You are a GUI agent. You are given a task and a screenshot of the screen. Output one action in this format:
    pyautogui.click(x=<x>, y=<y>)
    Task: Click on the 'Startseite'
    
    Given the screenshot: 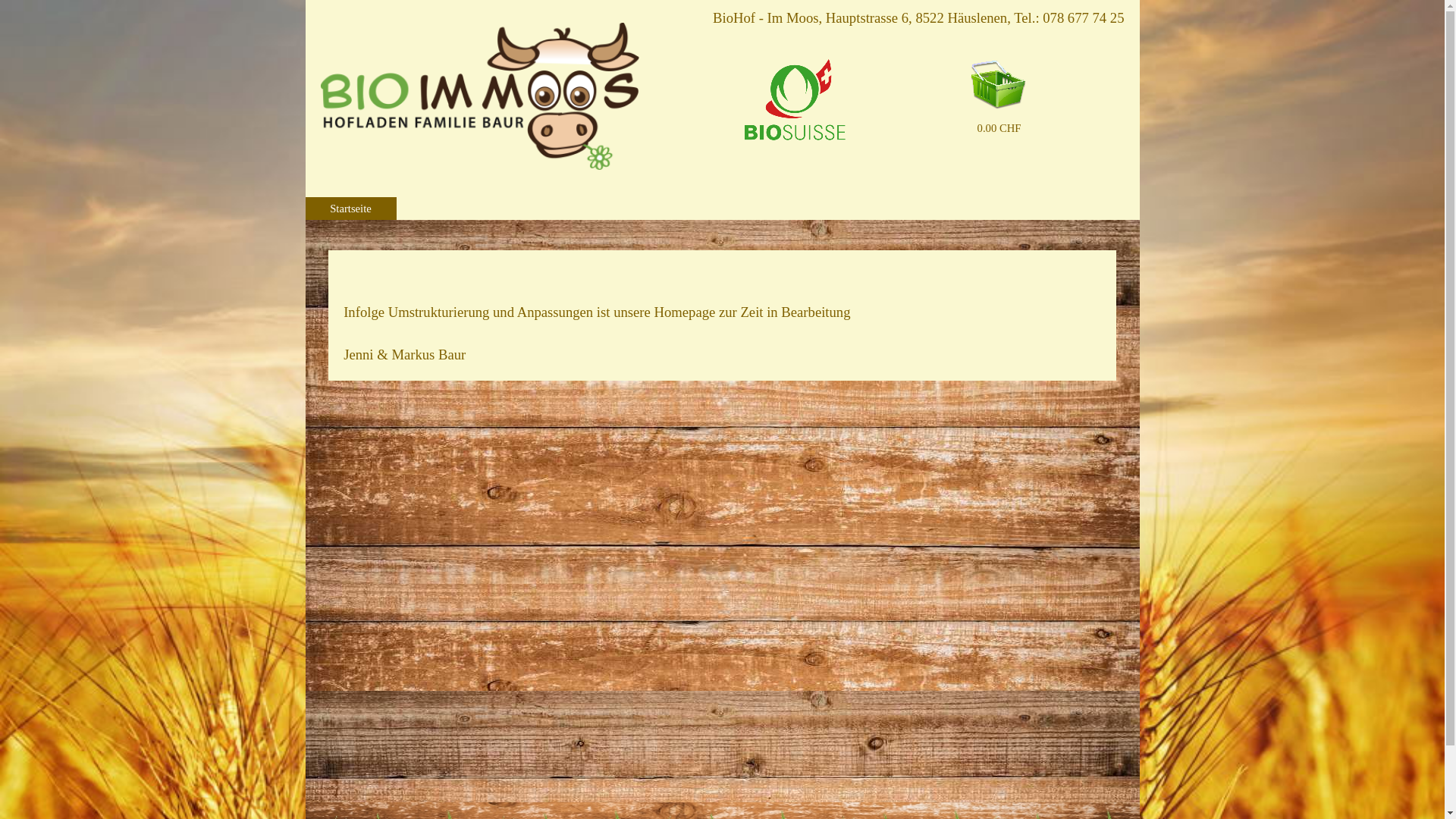 What is the action you would take?
    pyautogui.click(x=350, y=208)
    